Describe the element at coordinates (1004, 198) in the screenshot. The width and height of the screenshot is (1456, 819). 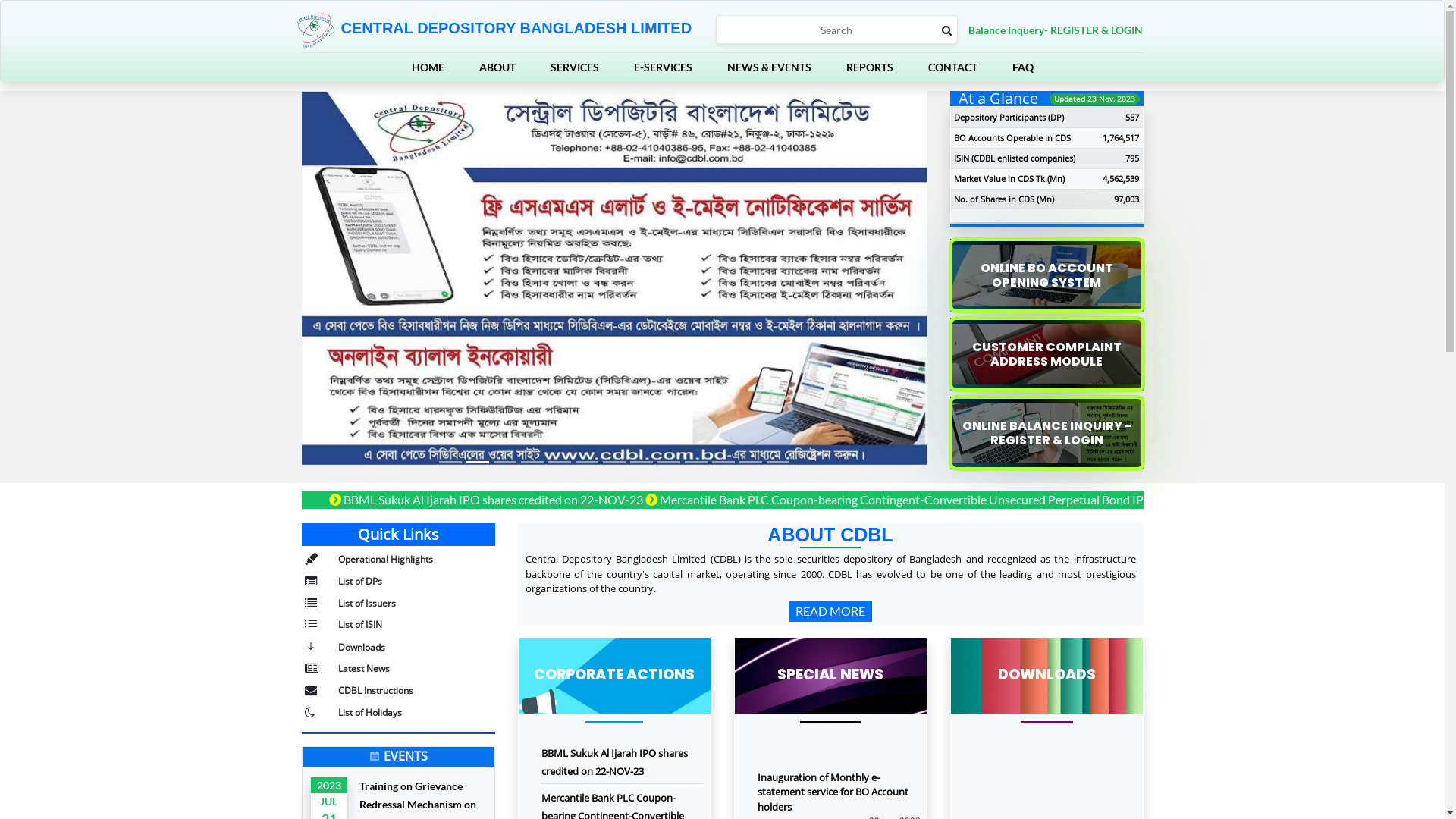
I see `'No. of Shares in CDS (Mn)'` at that location.